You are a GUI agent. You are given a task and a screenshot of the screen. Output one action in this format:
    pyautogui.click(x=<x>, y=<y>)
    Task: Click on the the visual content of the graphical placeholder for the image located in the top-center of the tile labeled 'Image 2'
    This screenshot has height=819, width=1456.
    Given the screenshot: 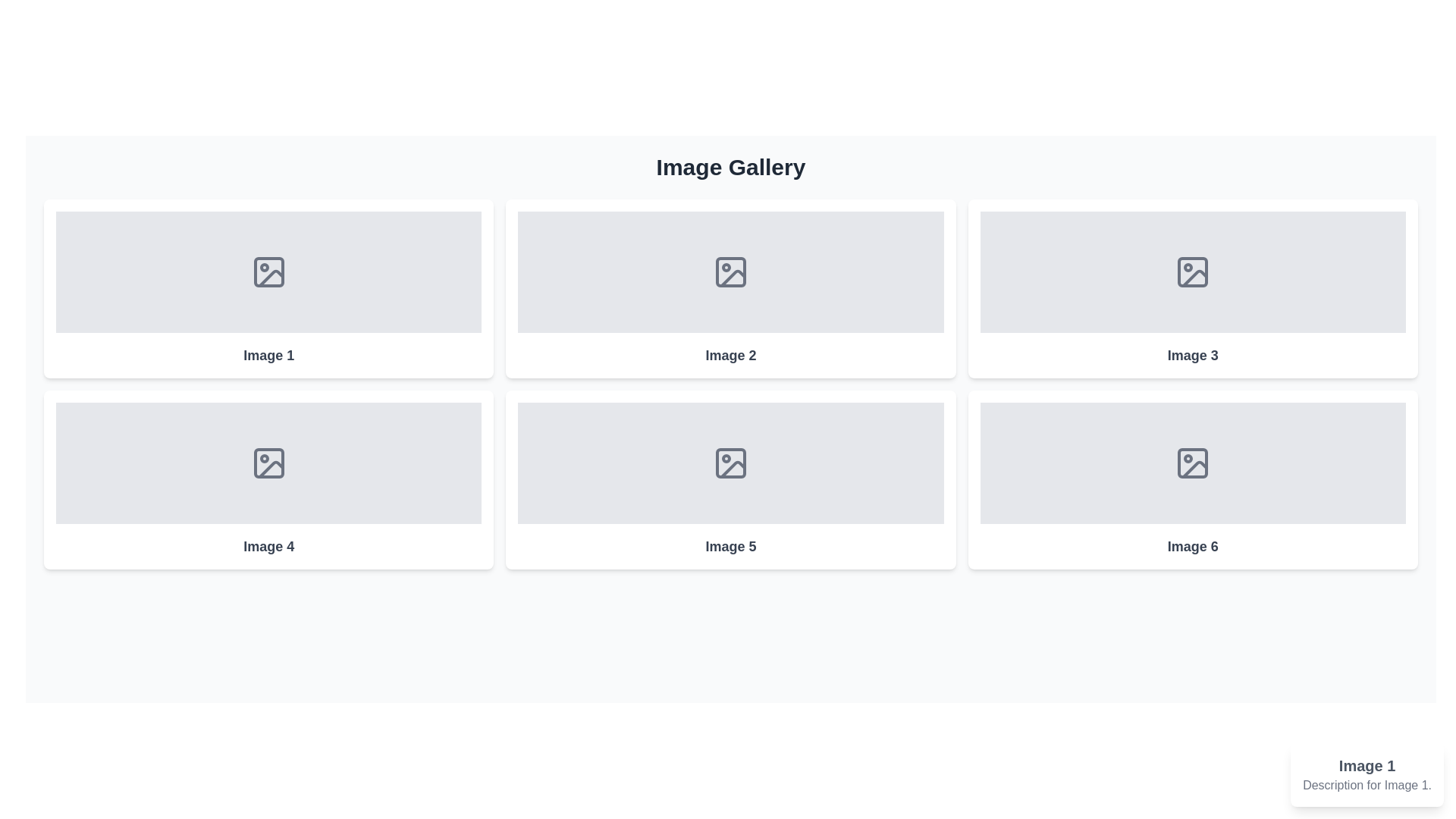 What is the action you would take?
    pyautogui.click(x=731, y=271)
    